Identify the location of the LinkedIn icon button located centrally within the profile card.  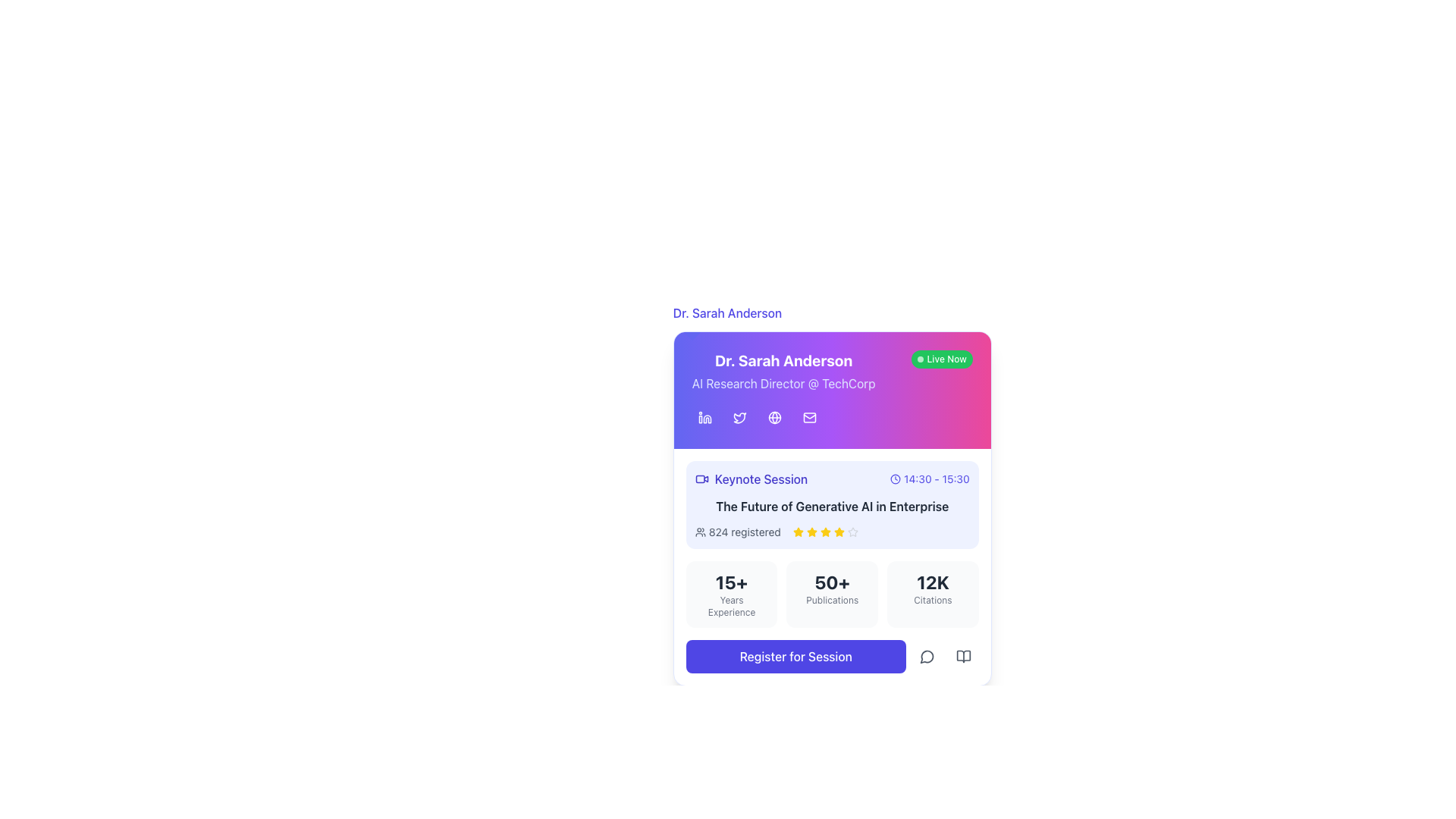
(704, 418).